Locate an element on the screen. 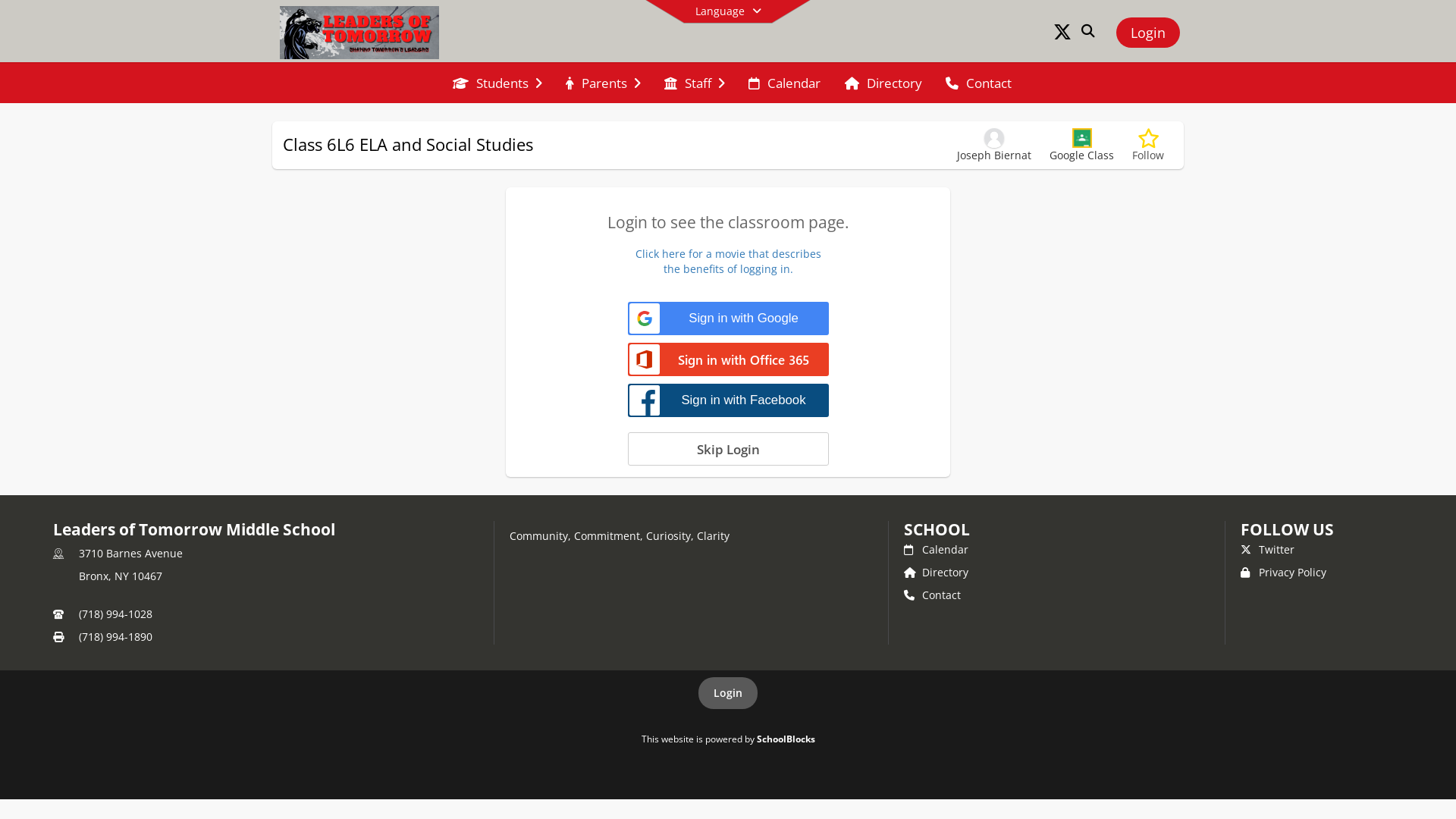  'Students' is located at coordinates (497, 83).